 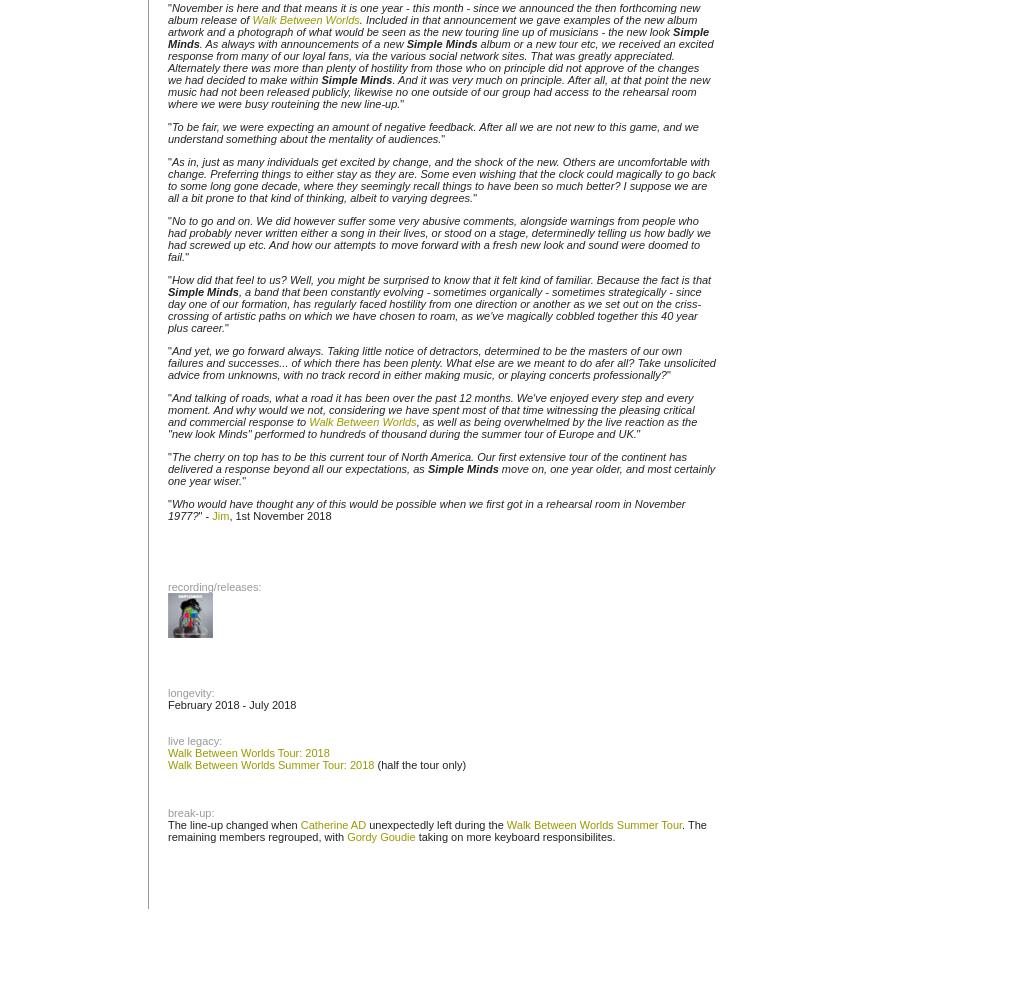 What do you see at coordinates (433, 133) in the screenshot?
I see `'To be fair, we were expecting an amount of negative feedback. After all we are not new to this game, and
we understand something about the mentality of audiences.'` at bounding box center [433, 133].